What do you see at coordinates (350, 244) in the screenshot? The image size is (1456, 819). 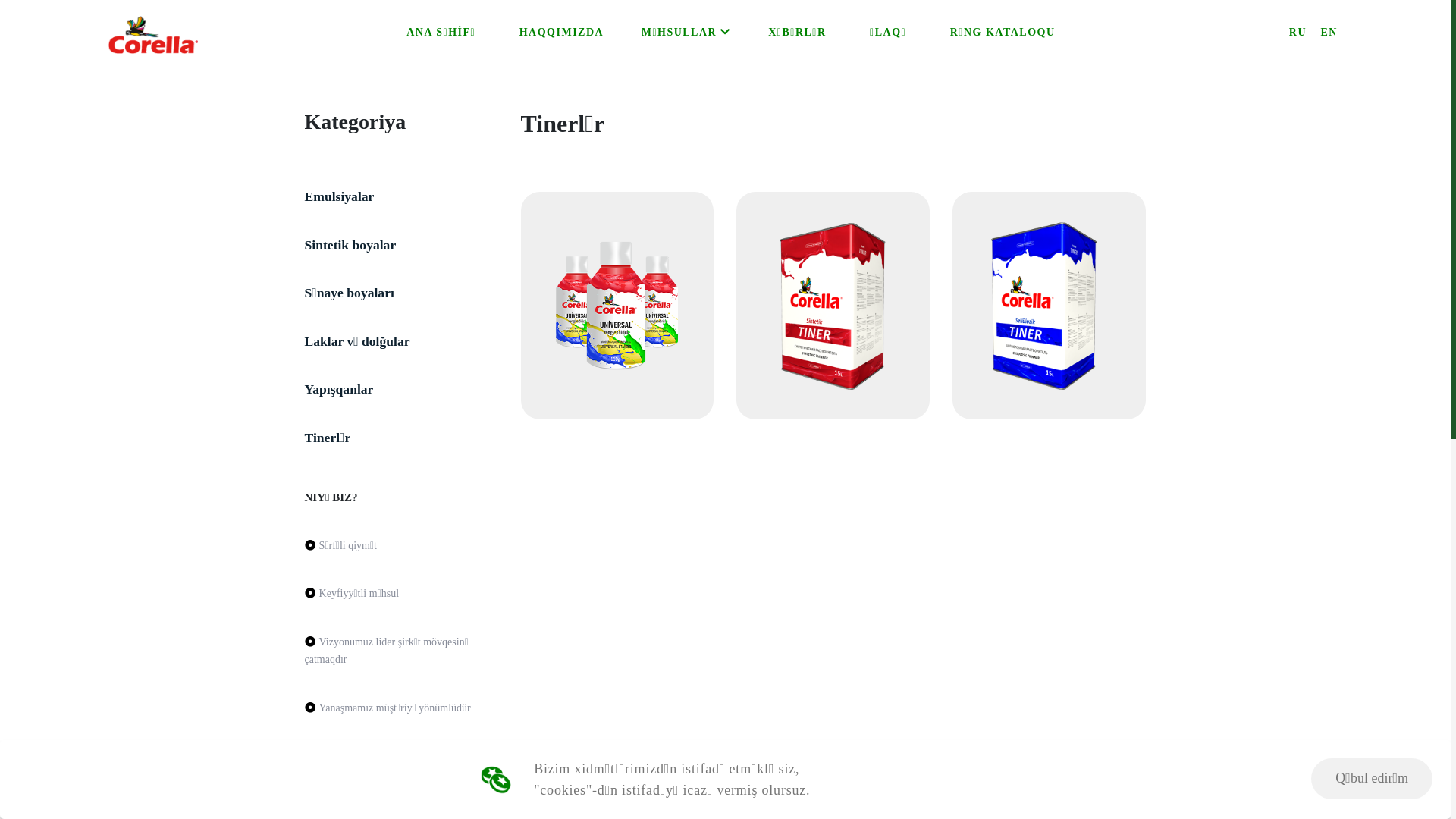 I see `'Sintetik boyalar'` at bounding box center [350, 244].